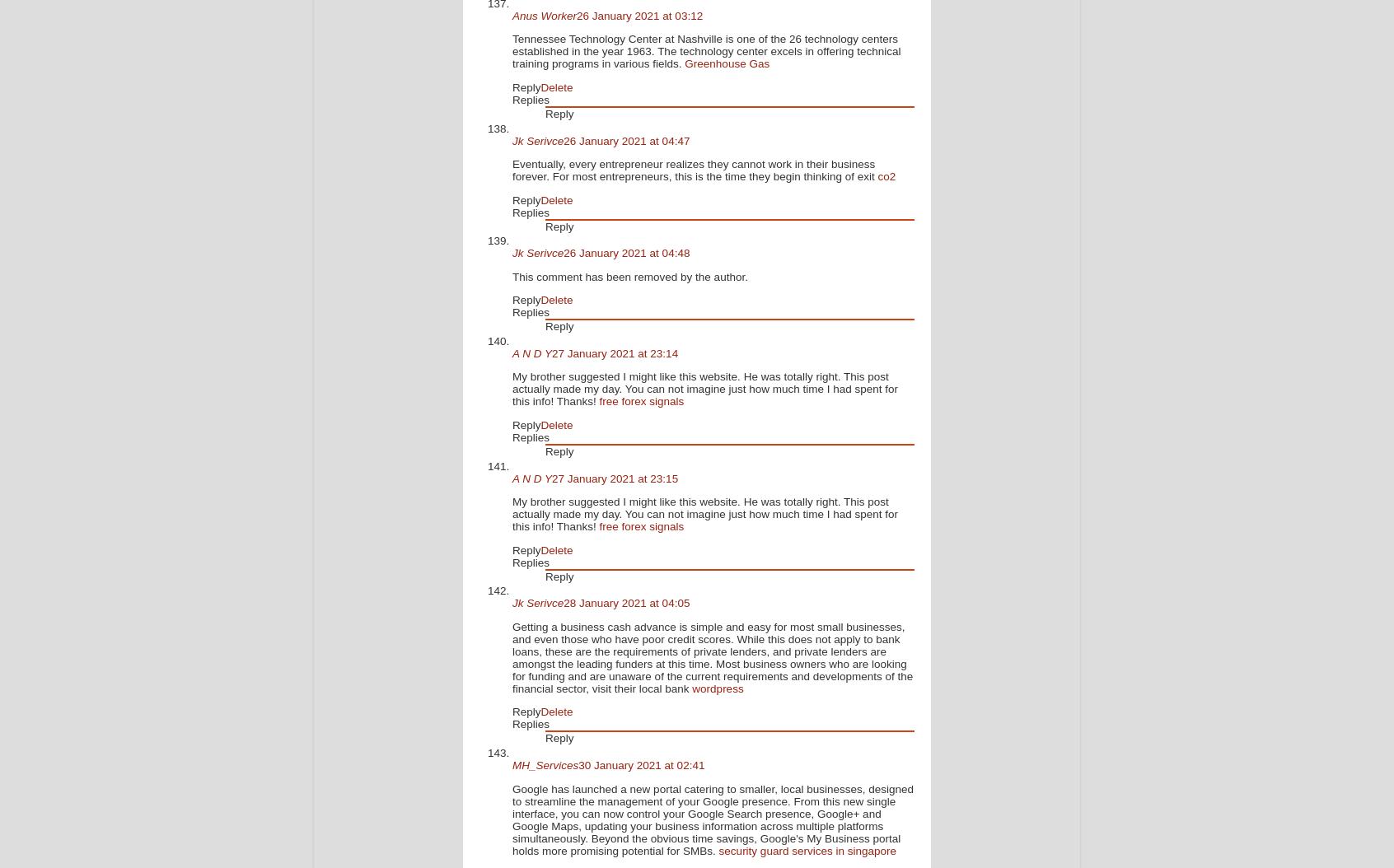 The image size is (1394, 868). I want to click on 'Google has launched a new portal catering to smaller, local businesses, designed to streamline the management of your Google presence. From this new single interface, you can now control your Google Search presence, Google+ and Google Maps, updating your business information across multiple platforms simultaneously. Beyond the obvious time savings, Google's My Business portal holds more promising potential for SMBs.', so click(712, 819).